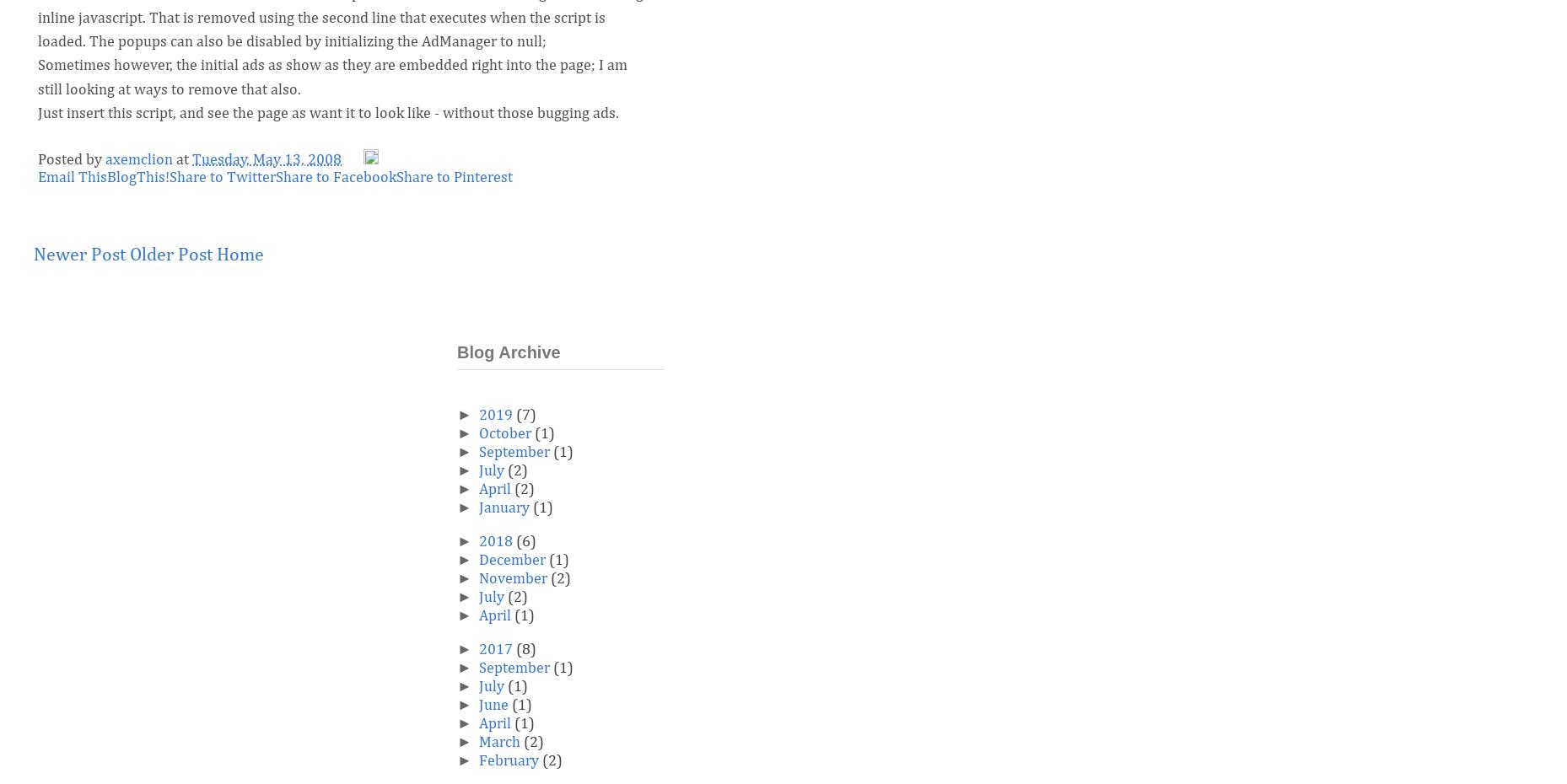  Describe the element at coordinates (276, 175) in the screenshot. I see `'Share to Facebook'` at that location.